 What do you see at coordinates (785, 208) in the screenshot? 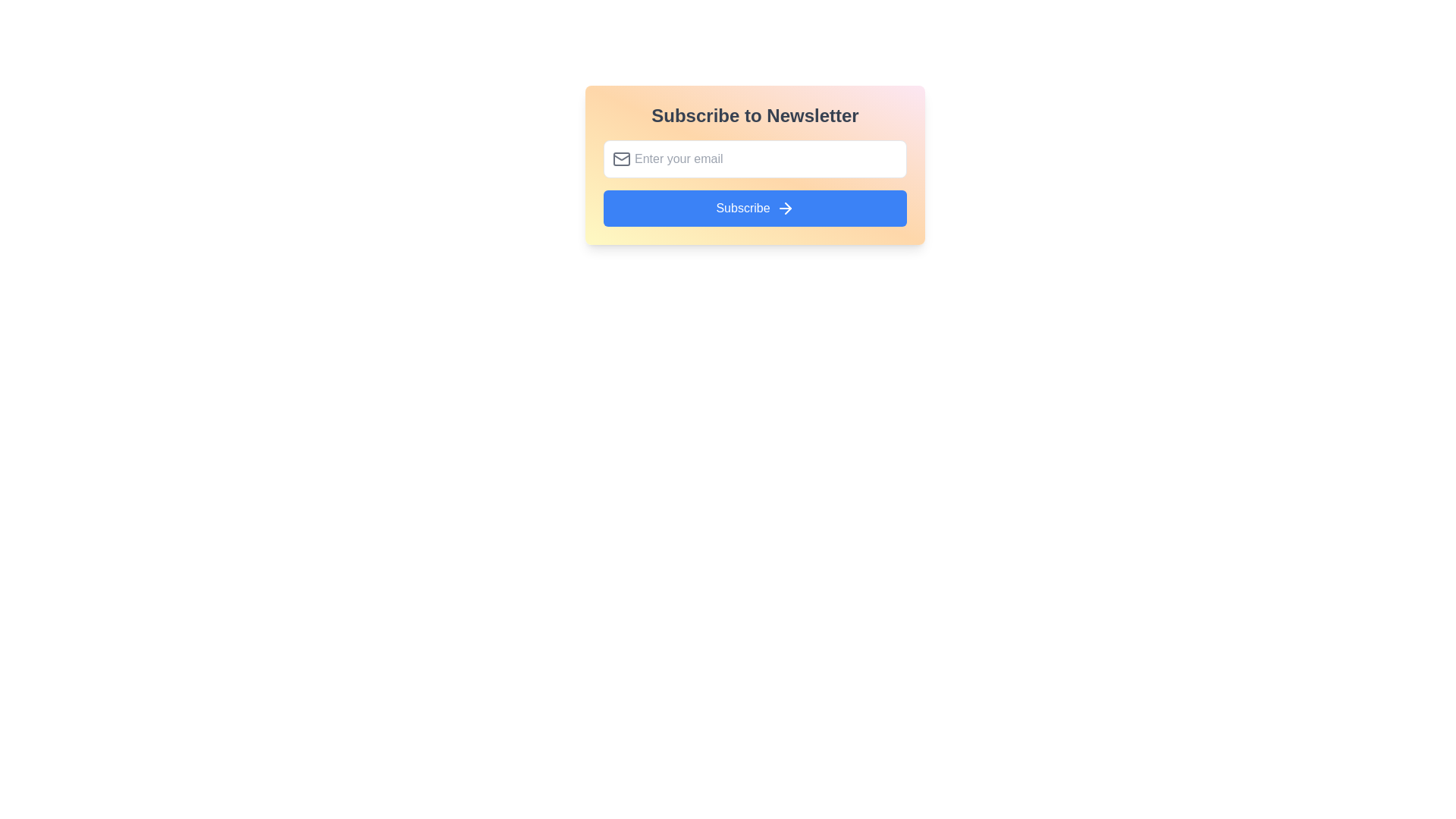
I see `the arrow icon located at the right end of the blue 'Subscribe' button, which indicates a forward action when the button is clicked` at bounding box center [785, 208].